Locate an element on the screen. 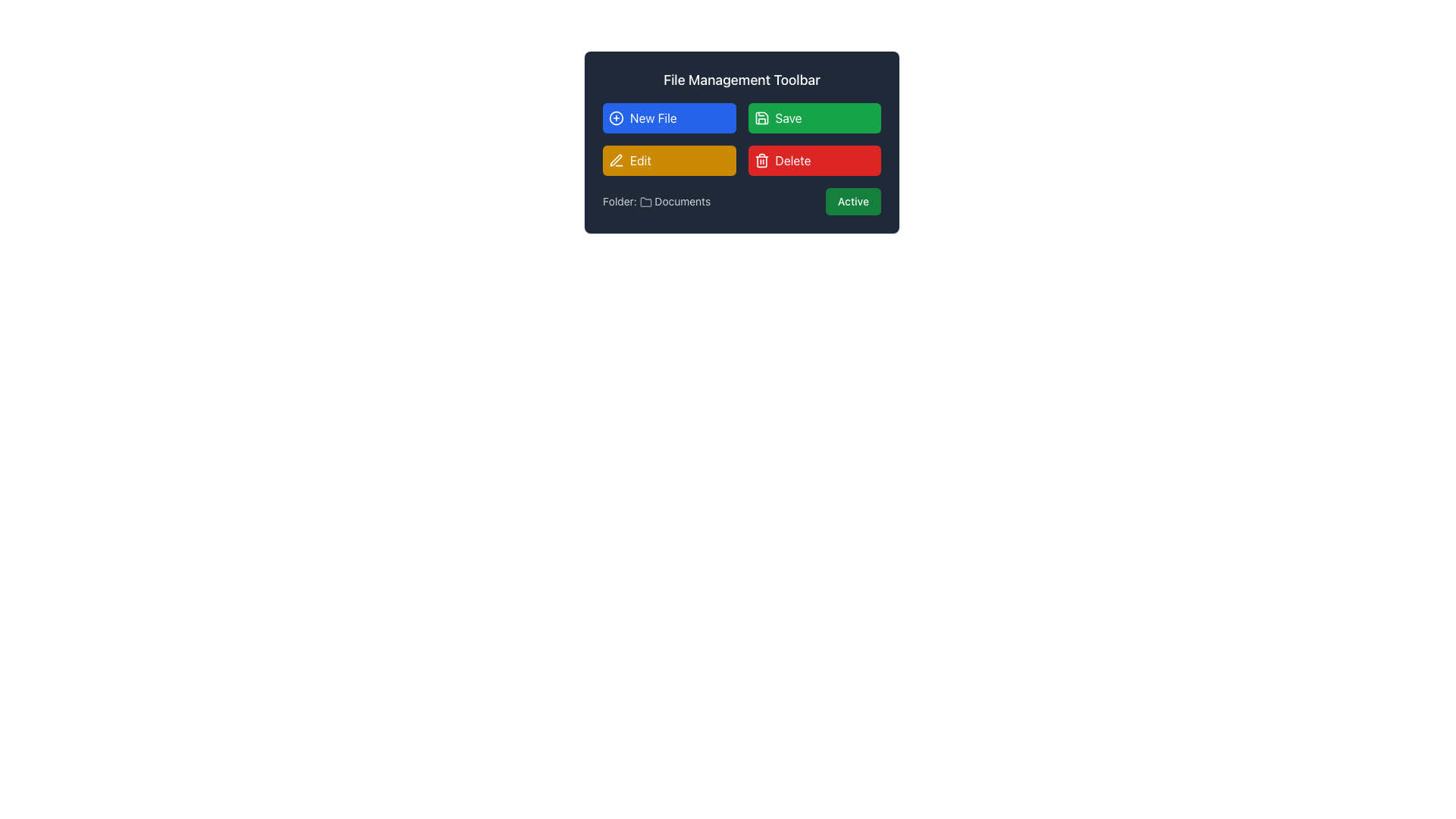 This screenshot has height=819, width=1456. the 'Save' button that contains the save icon located in the top-right area of the file management toolbar is located at coordinates (761, 117).